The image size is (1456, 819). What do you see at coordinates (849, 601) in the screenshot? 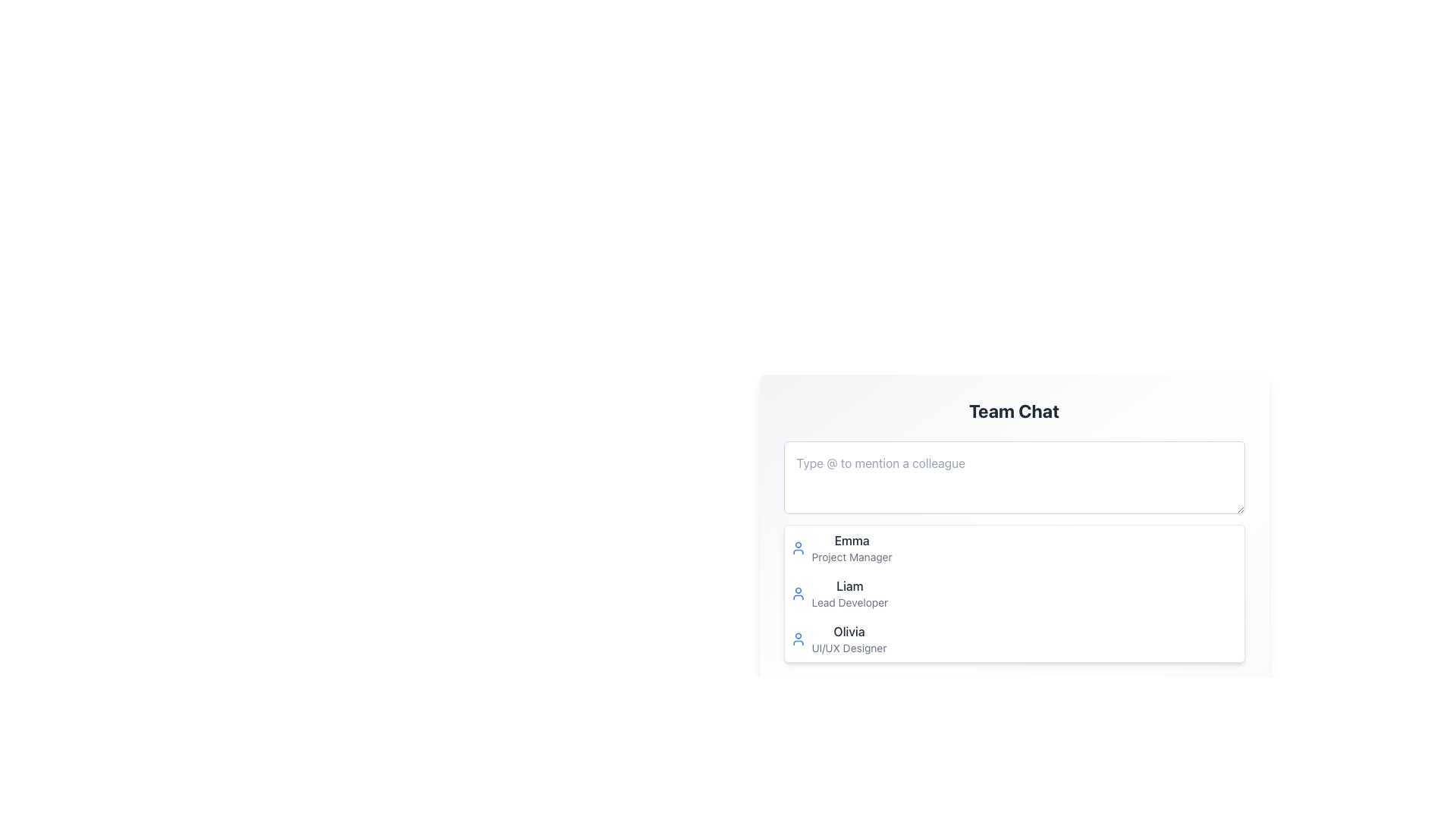
I see `the 'Lead Developer' label, which is a smaller light gray text positioned below the bold 'Liam' text in the user list section under 'Team Chat'` at bounding box center [849, 601].